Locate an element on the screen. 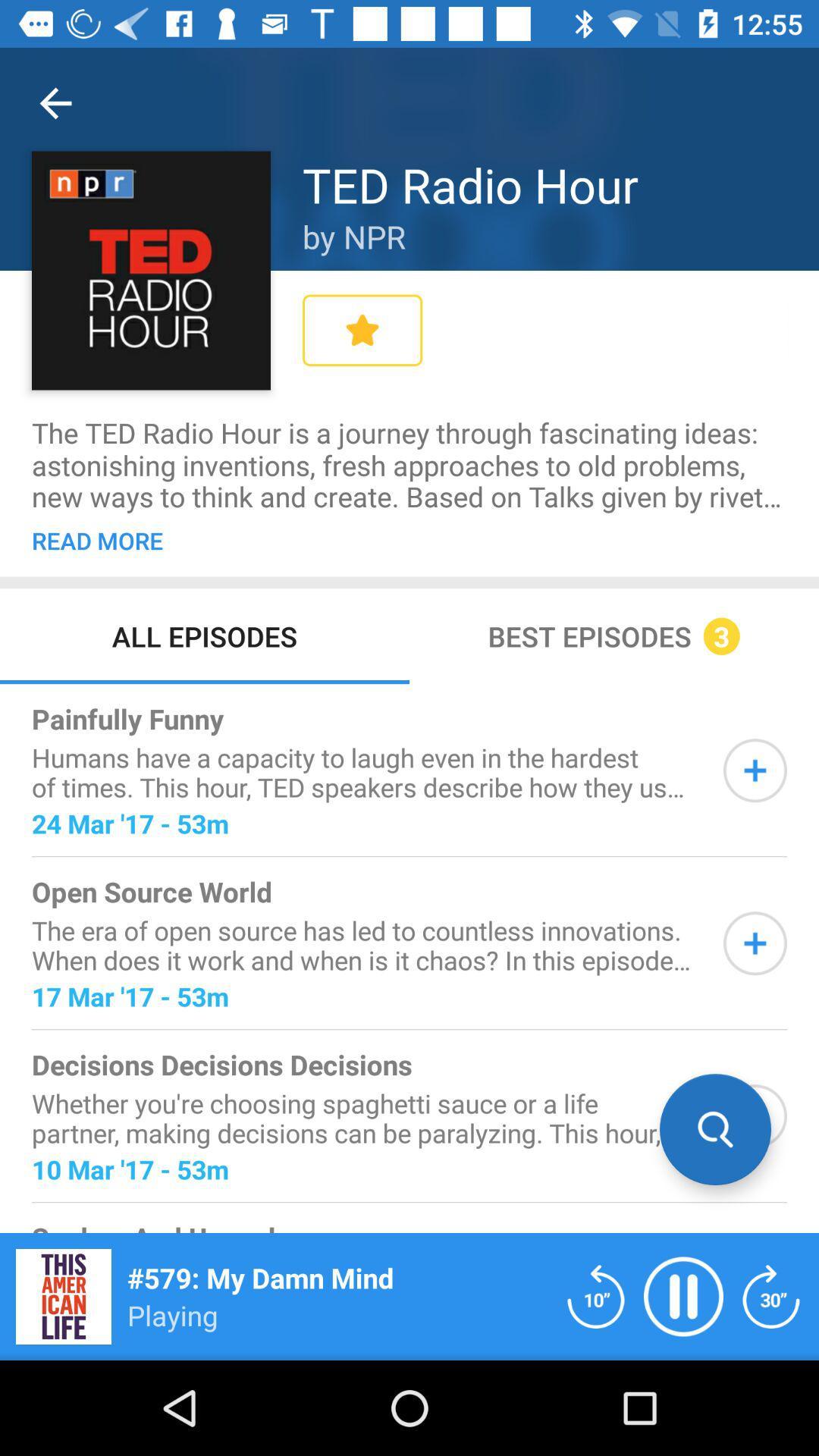 The width and height of the screenshot is (819, 1456). reload is located at coordinates (595, 1295).